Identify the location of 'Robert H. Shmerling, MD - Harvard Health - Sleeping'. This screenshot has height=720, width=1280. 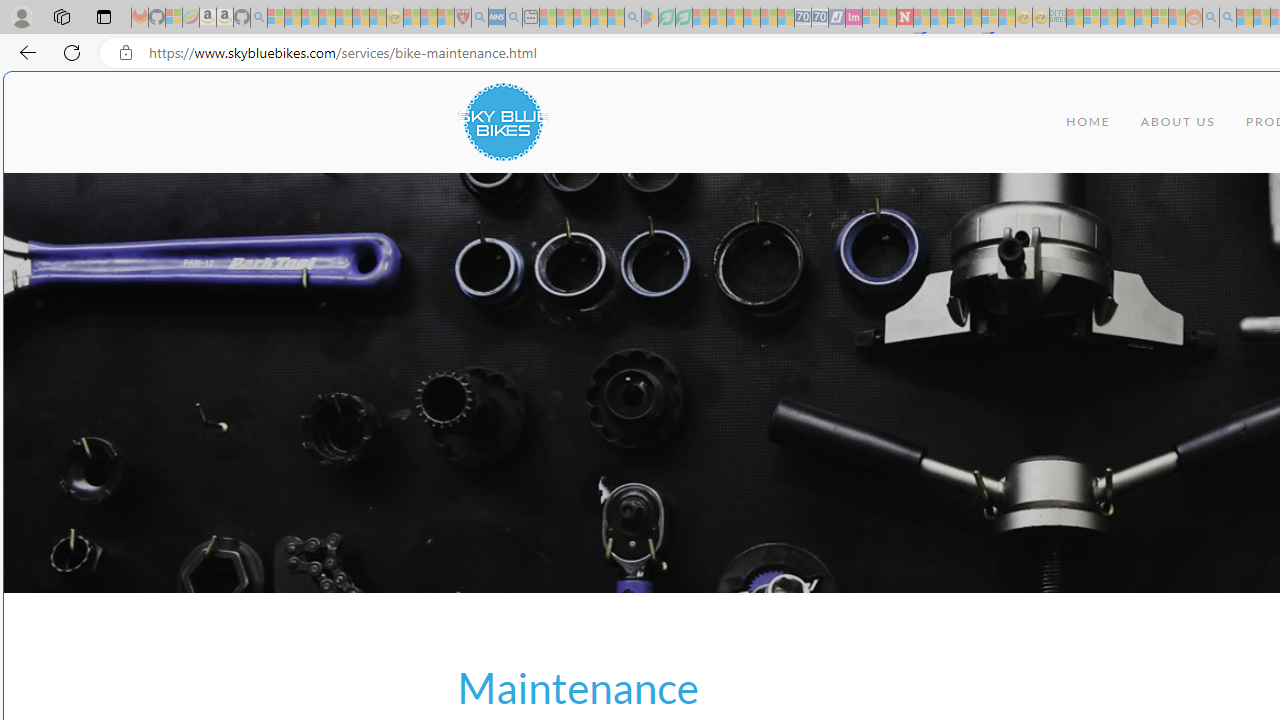
(461, 17).